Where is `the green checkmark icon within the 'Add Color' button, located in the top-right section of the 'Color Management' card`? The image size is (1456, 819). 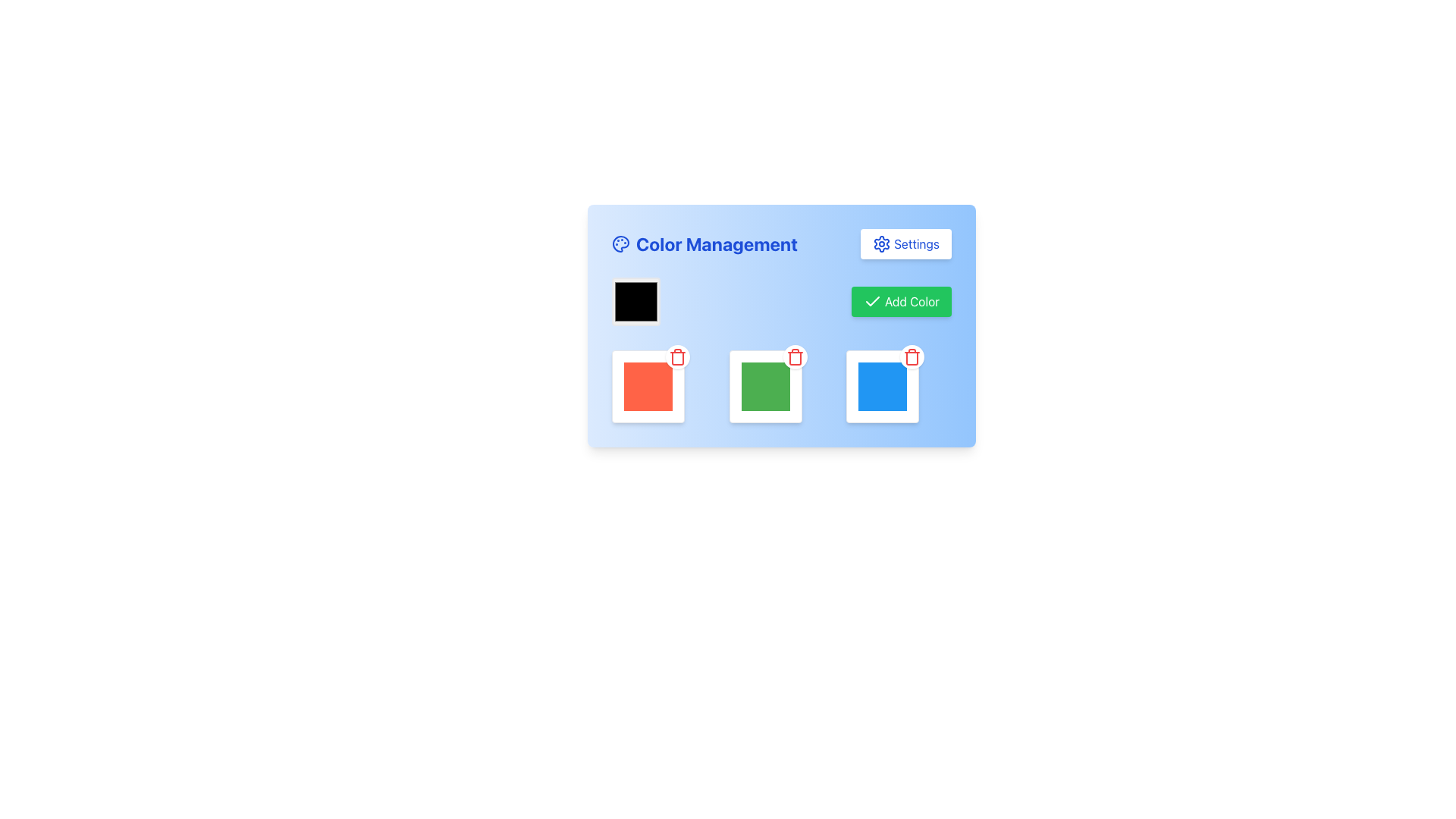
the green checkmark icon within the 'Add Color' button, located in the top-right section of the 'Color Management' card is located at coordinates (872, 301).